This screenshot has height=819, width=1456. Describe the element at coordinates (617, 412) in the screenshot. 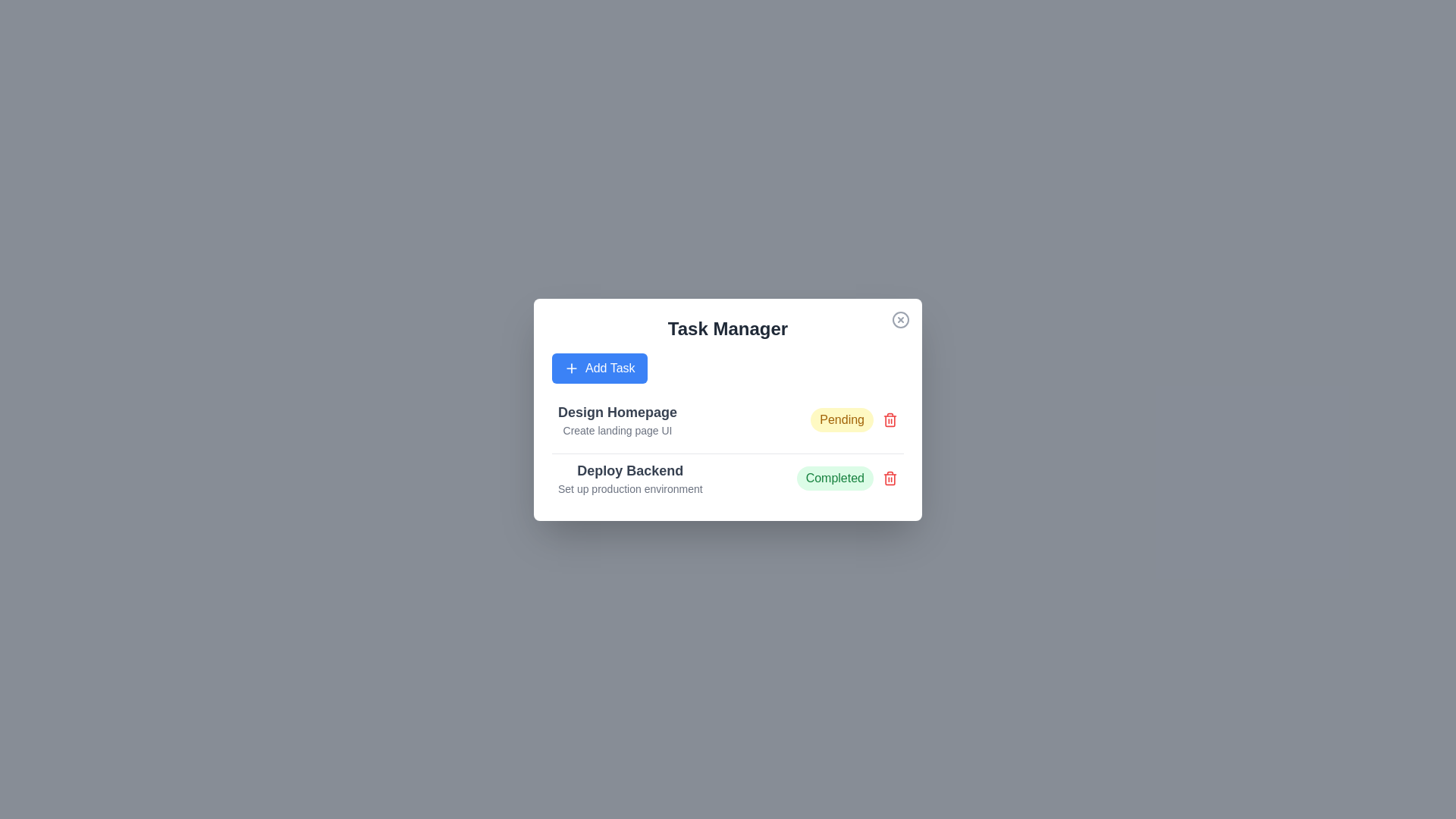

I see `text label element displaying 'Design Homepage' which is styled in bold medium-dark gray and located centrally in the task card of the task management interface` at that location.